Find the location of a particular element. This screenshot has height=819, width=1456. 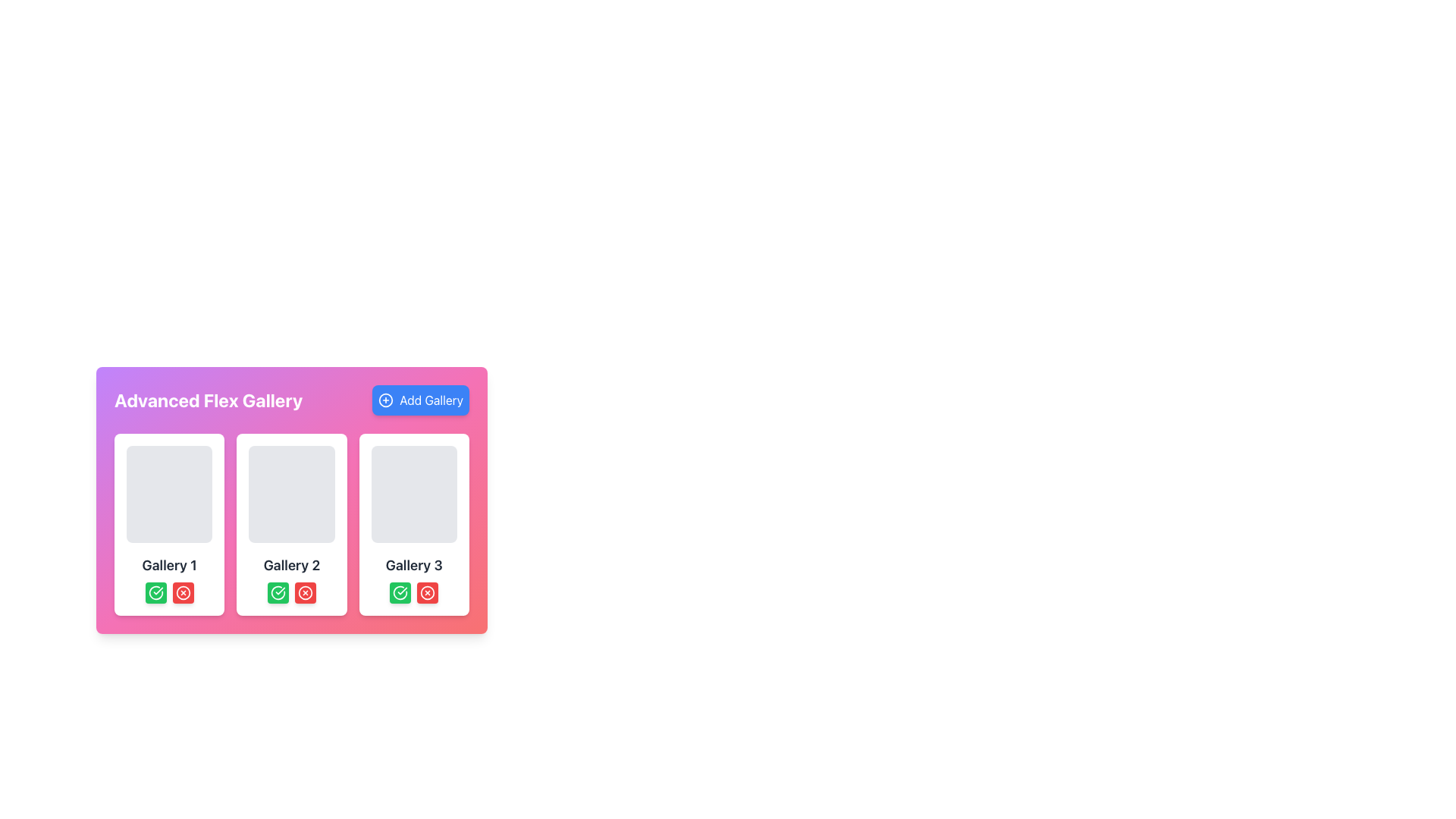

the icon button located to the right of the 'Add Gallery' button in the top-right corner of the gallery interface to initiate the gallery addition process is located at coordinates (386, 400).